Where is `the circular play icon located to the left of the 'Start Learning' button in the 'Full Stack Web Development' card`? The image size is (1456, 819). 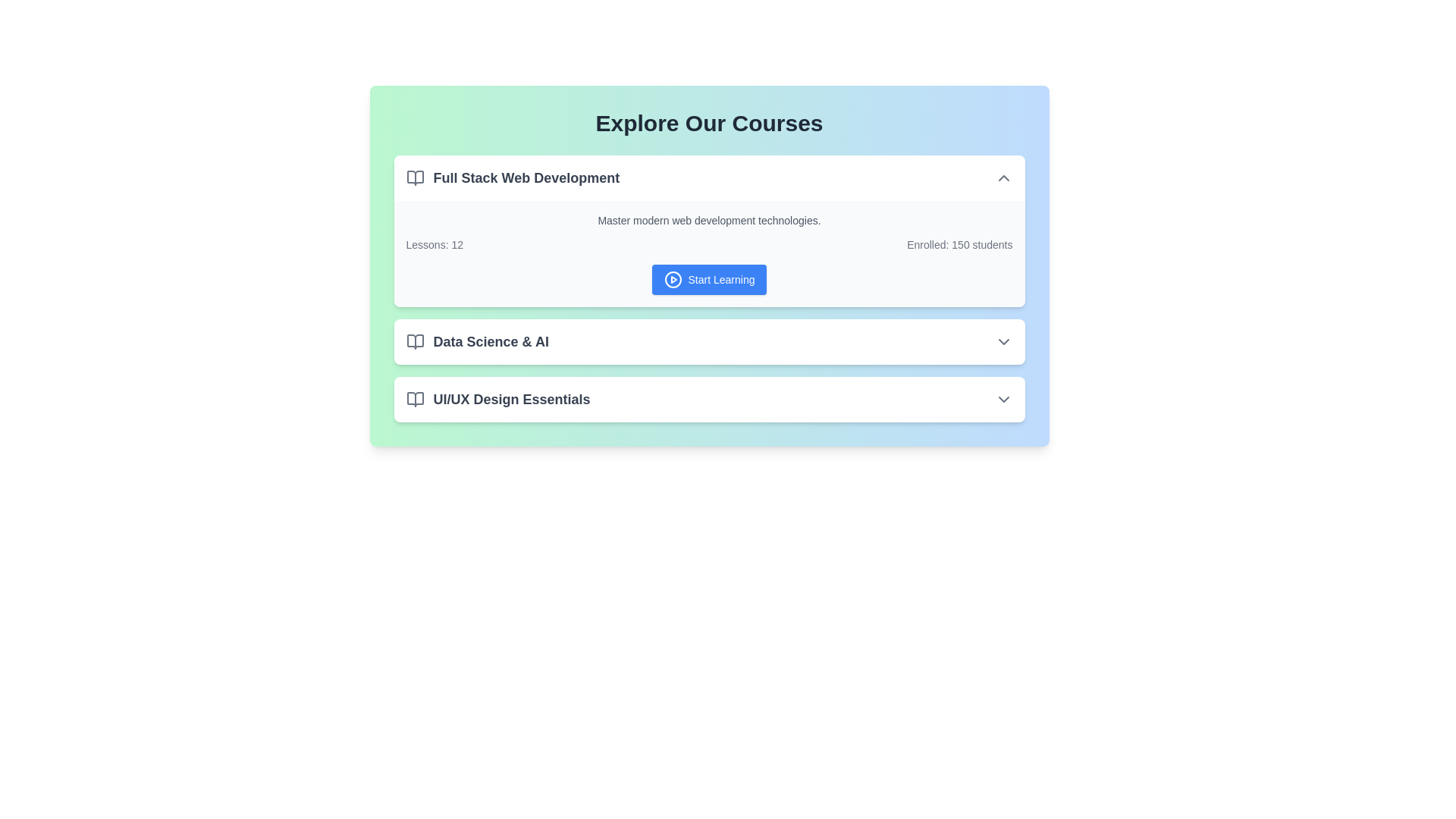 the circular play icon located to the left of the 'Start Learning' button in the 'Full Stack Web Development' card is located at coordinates (672, 280).